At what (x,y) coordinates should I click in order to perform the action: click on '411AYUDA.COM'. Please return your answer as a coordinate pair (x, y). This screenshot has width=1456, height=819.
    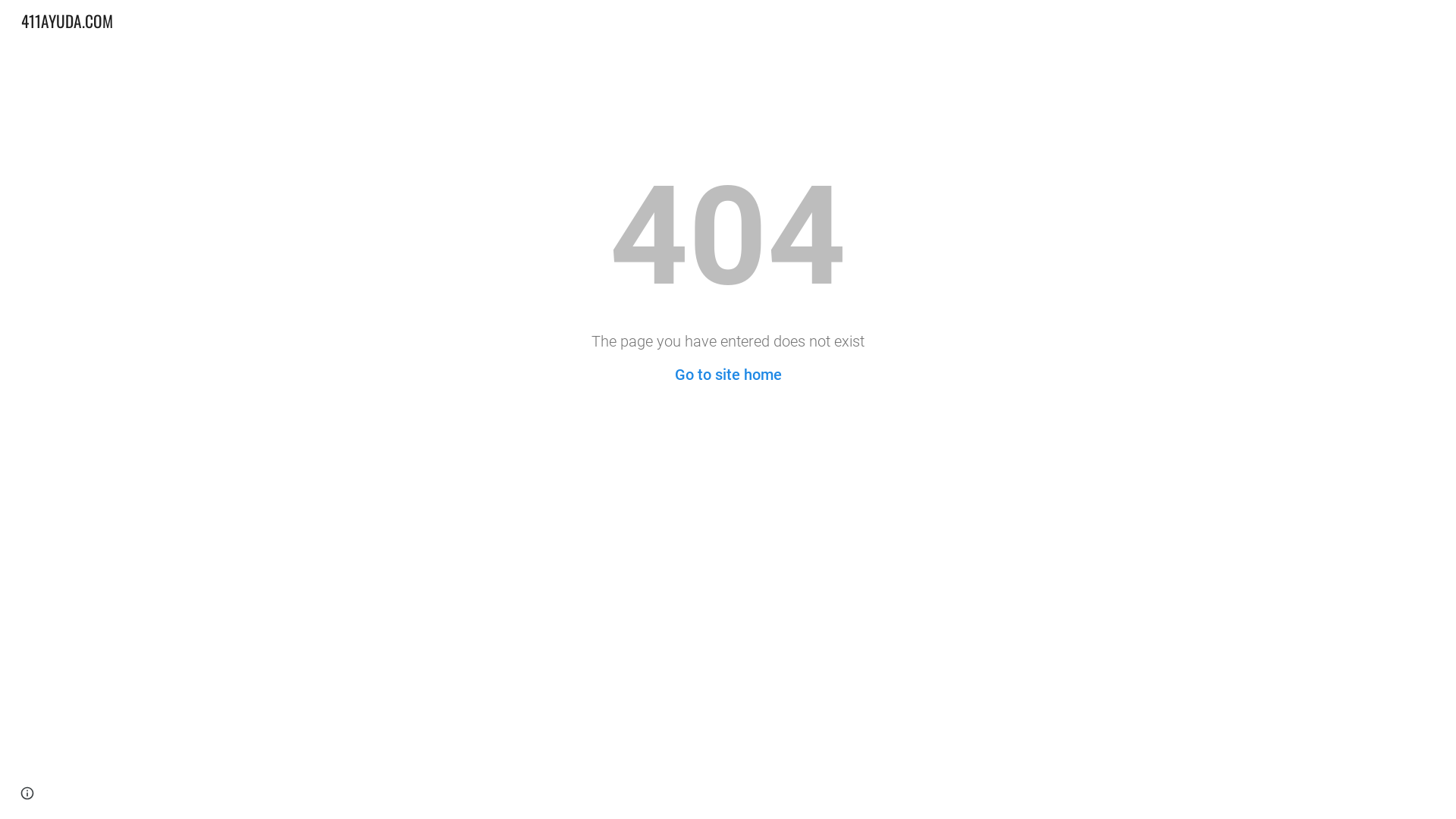
    Looking at the image, I should click on (66, 18).